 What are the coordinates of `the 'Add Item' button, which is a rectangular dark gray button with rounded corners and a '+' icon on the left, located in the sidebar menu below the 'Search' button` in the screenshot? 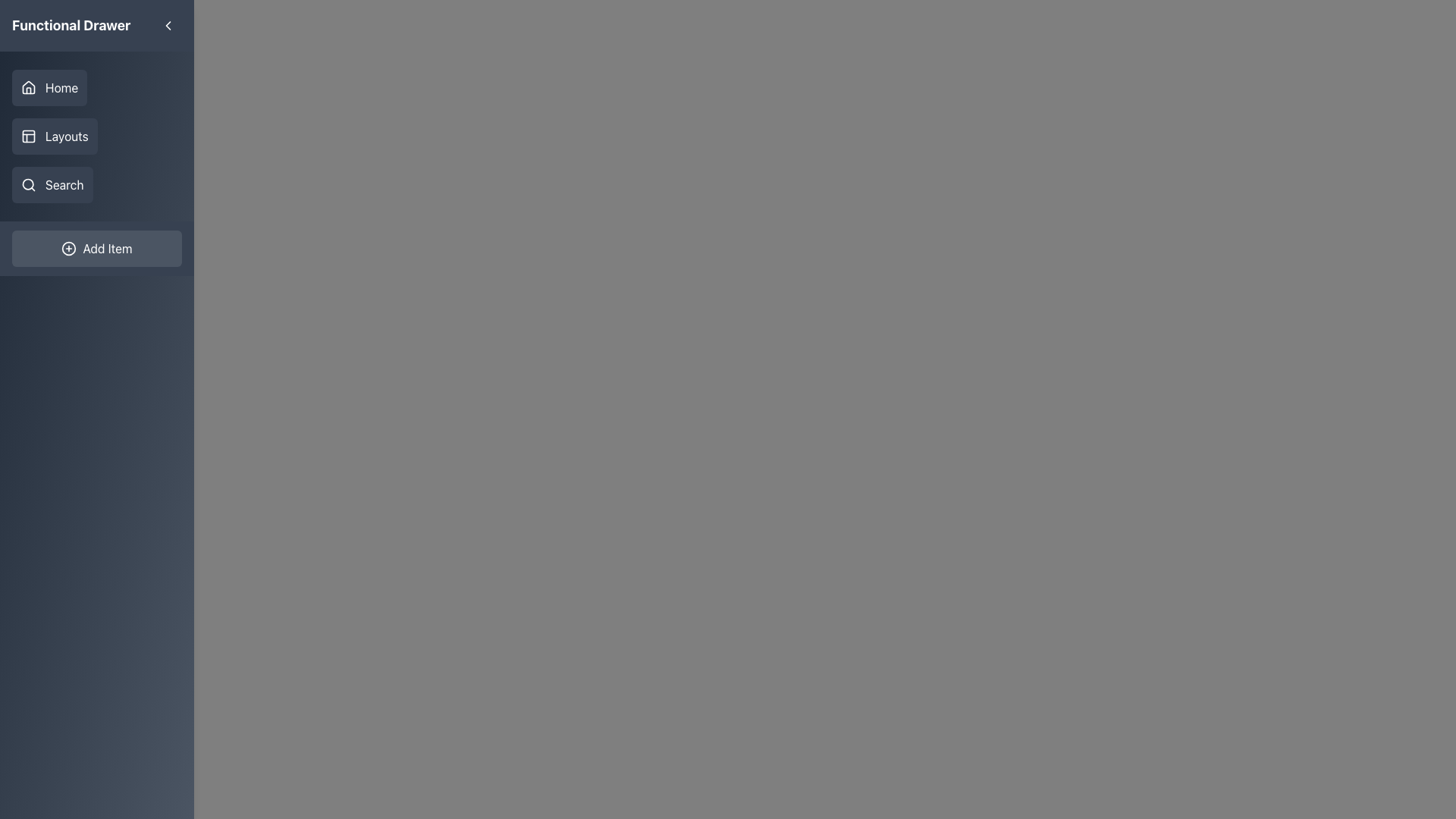 It's located at (96, 247).